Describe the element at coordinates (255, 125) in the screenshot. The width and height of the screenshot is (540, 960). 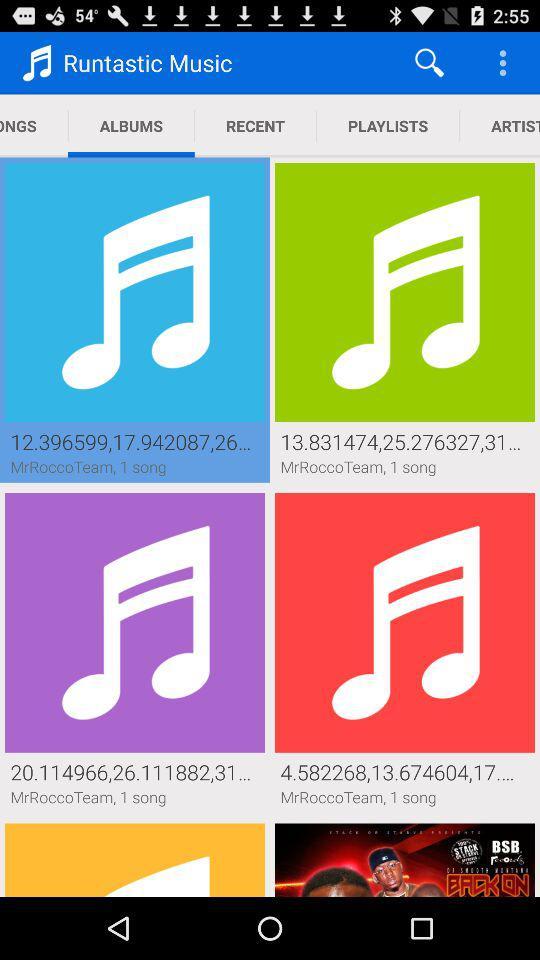
I see `the item to the left of playlists item` at that location.